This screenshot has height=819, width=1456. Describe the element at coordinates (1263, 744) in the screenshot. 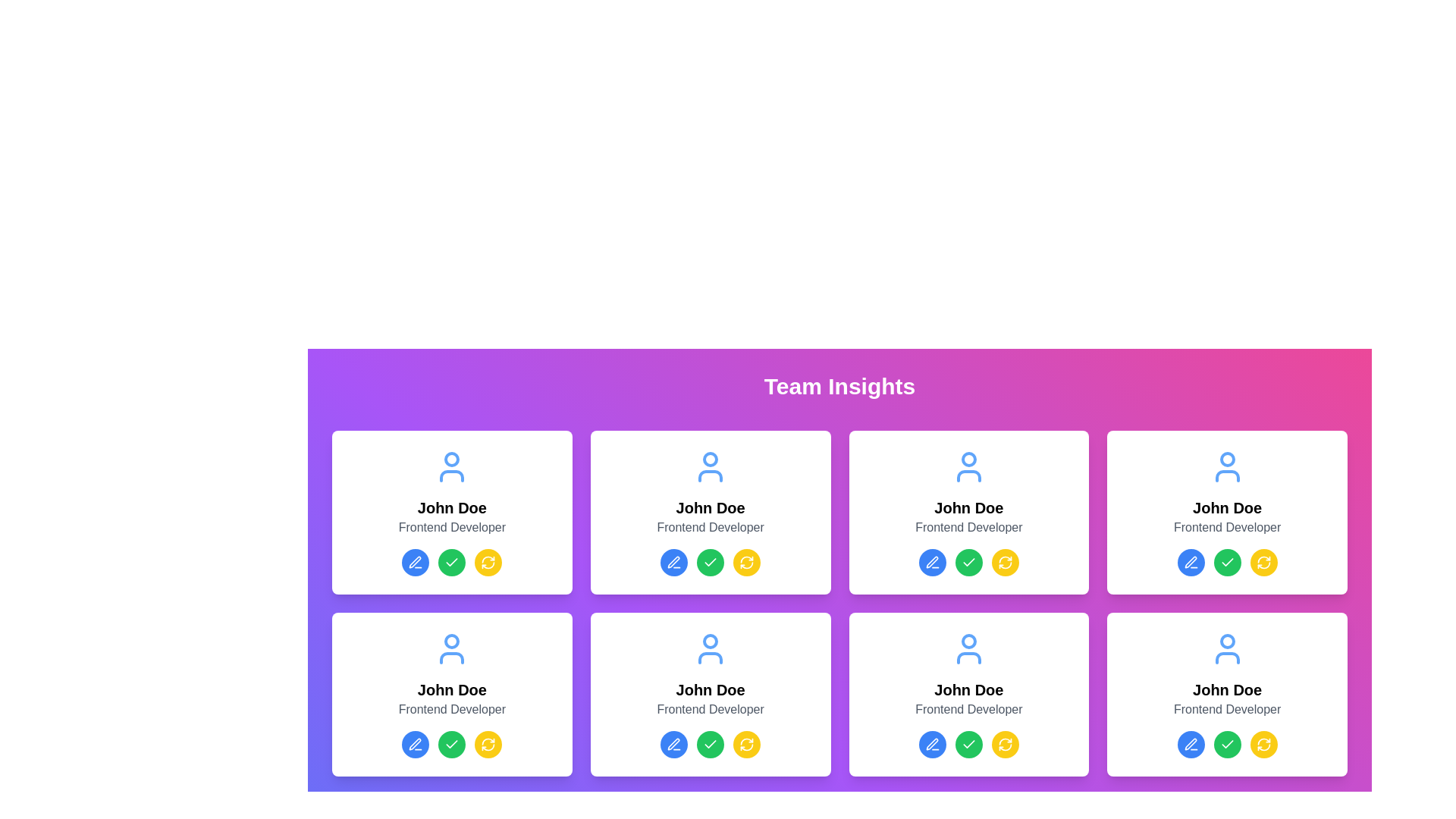

I see `the circular yellow button with a refresh icon` at that location.